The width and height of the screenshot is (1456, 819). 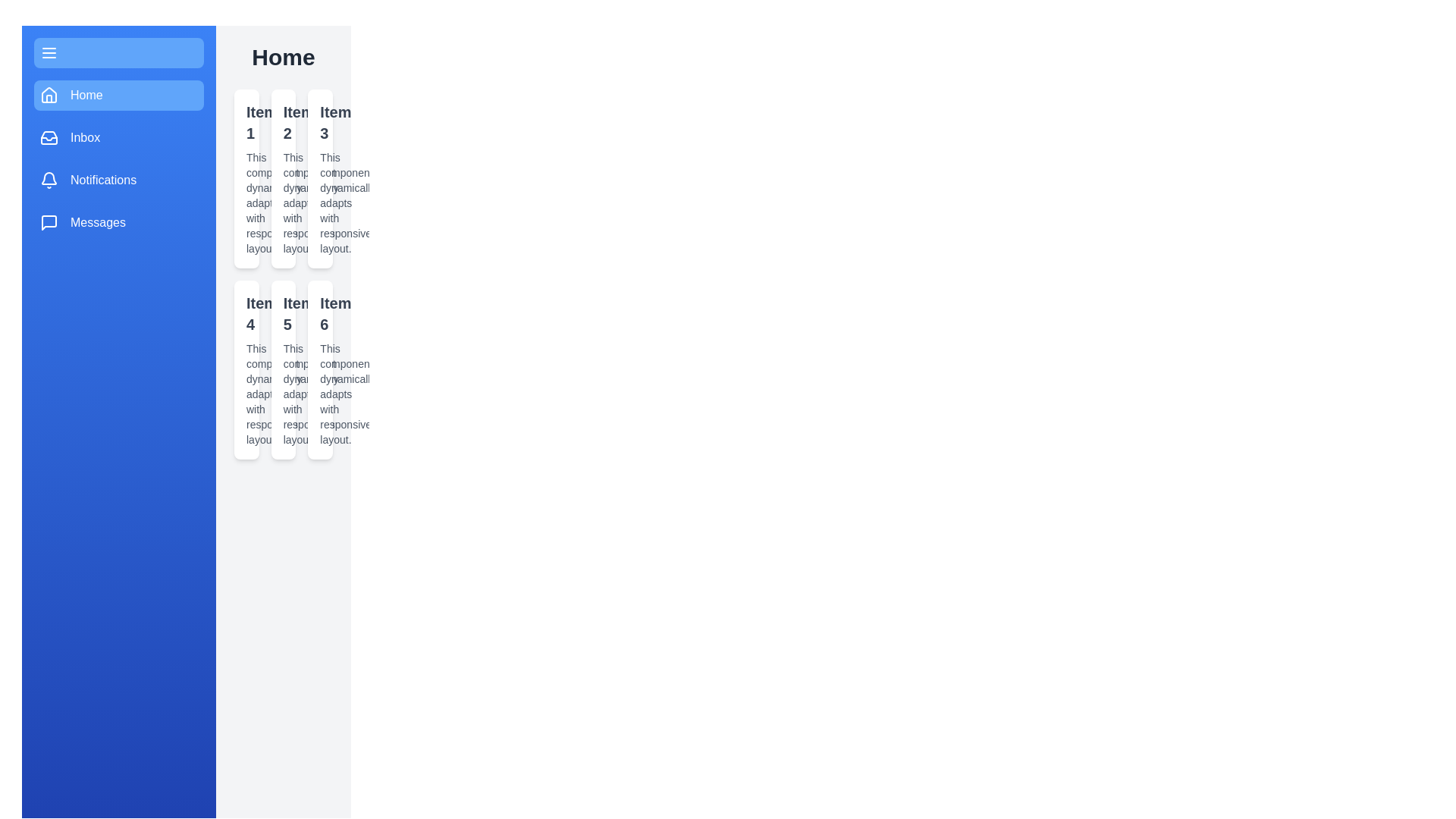 I want to click on the Card located in the middle column of the first row in a grid layout, situated between 'Item 1' and 'Item 3', so click(x=284, y=177).